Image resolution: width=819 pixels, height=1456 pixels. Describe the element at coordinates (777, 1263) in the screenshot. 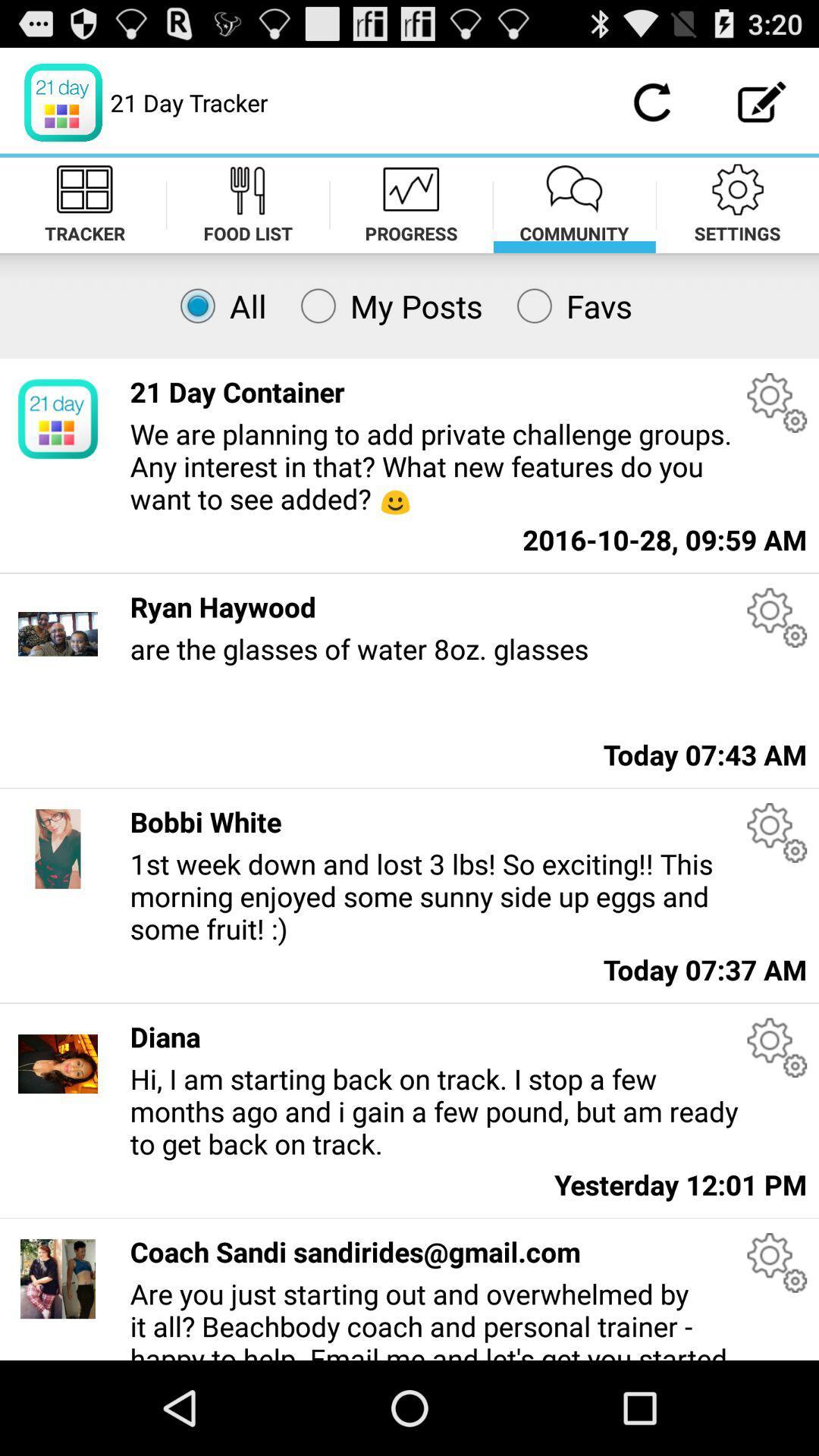

I see `options` at that location.